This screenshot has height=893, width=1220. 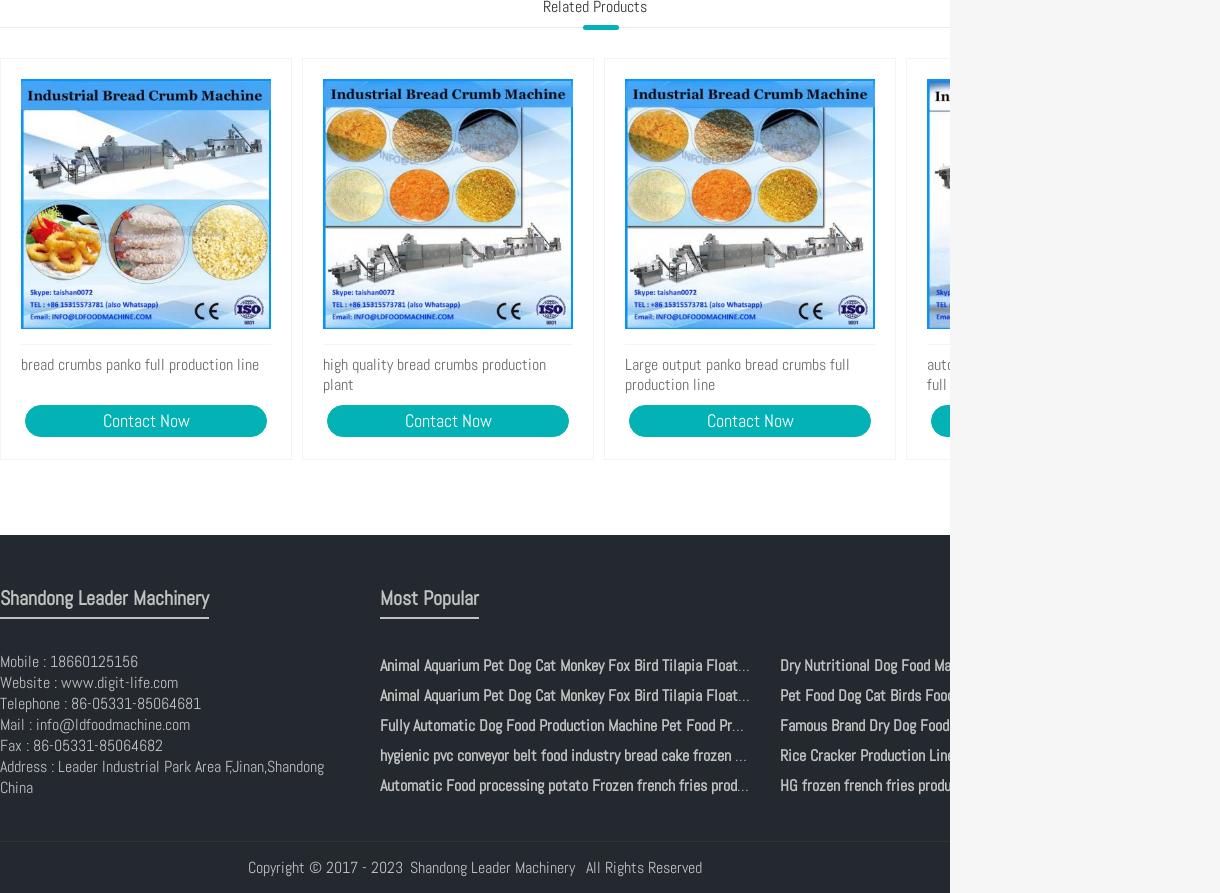 I want to click on 'Address : Leader Industrial Park Area F,Jinan,Shandong China', so click(x=161, y=775).